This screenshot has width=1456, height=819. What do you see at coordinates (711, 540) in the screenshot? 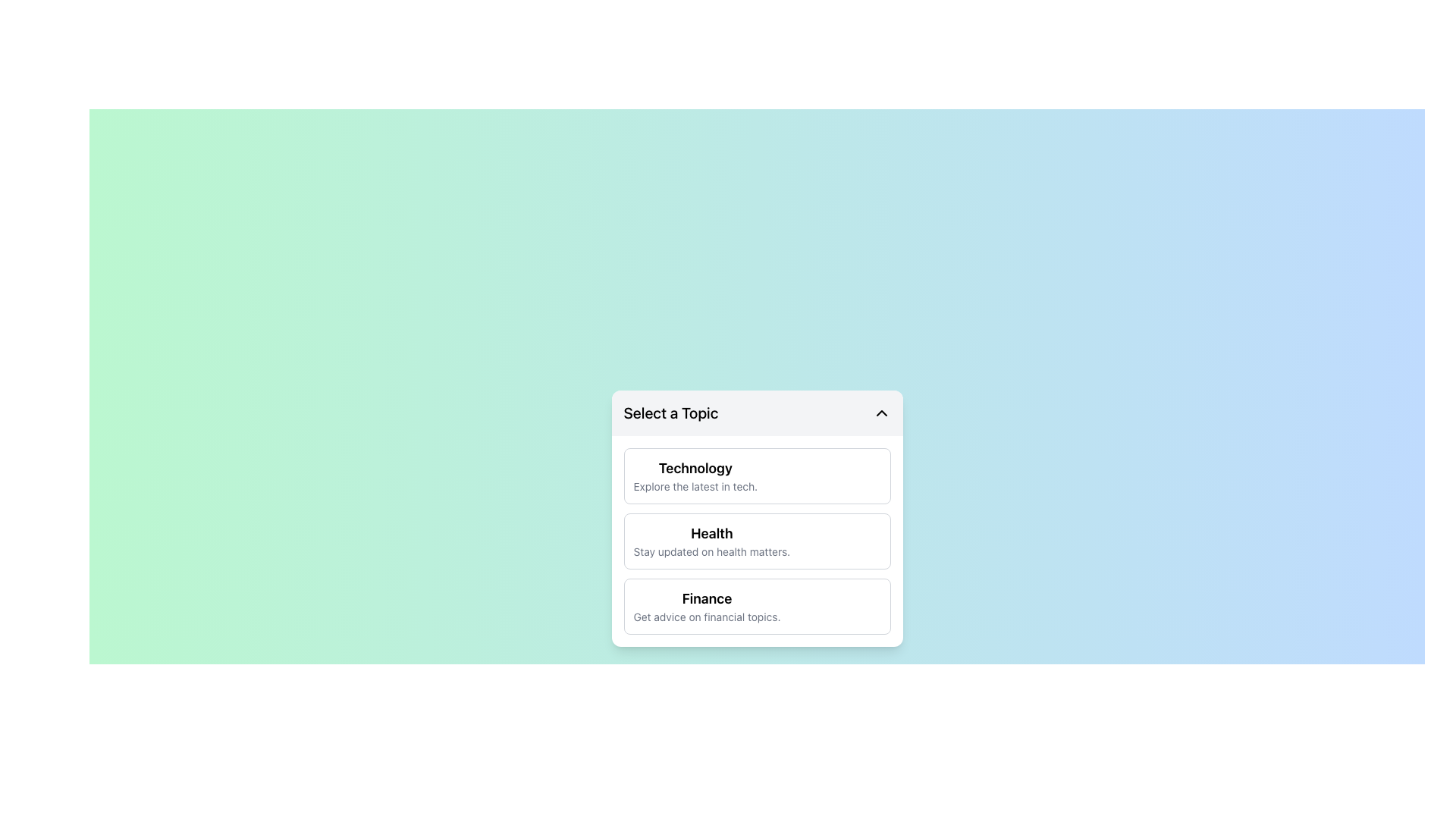
I see `the 'Health' topic item in the list of selectable topics within the 'Select a Topic' card` at bounding box center [711, 540].